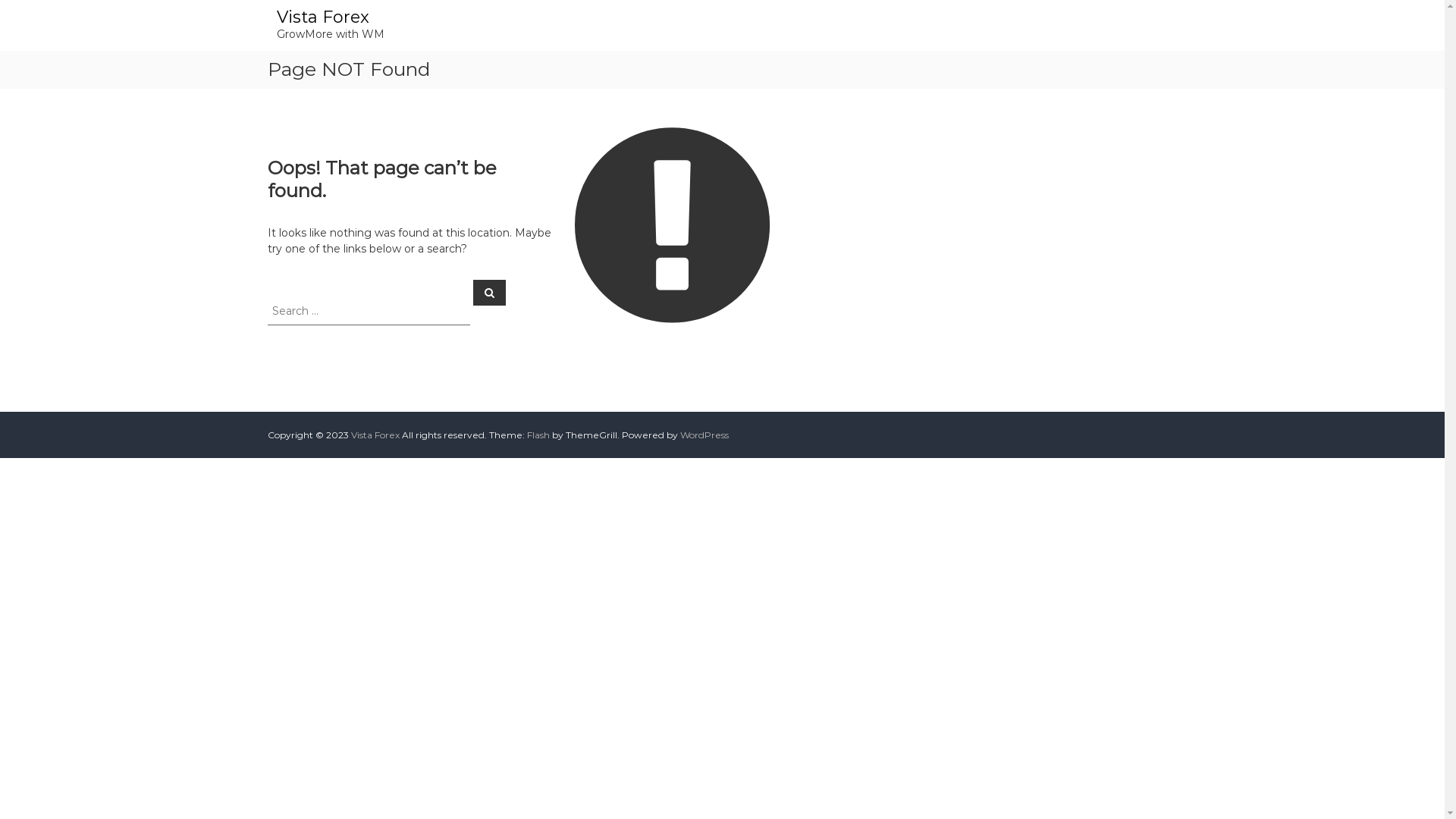 The width and height of the screenshot is (1456, 819). What do you see at coordinates (322, 17) in the screenshot?
I see `'Vista Forex'` at bounding box center [322, 17].